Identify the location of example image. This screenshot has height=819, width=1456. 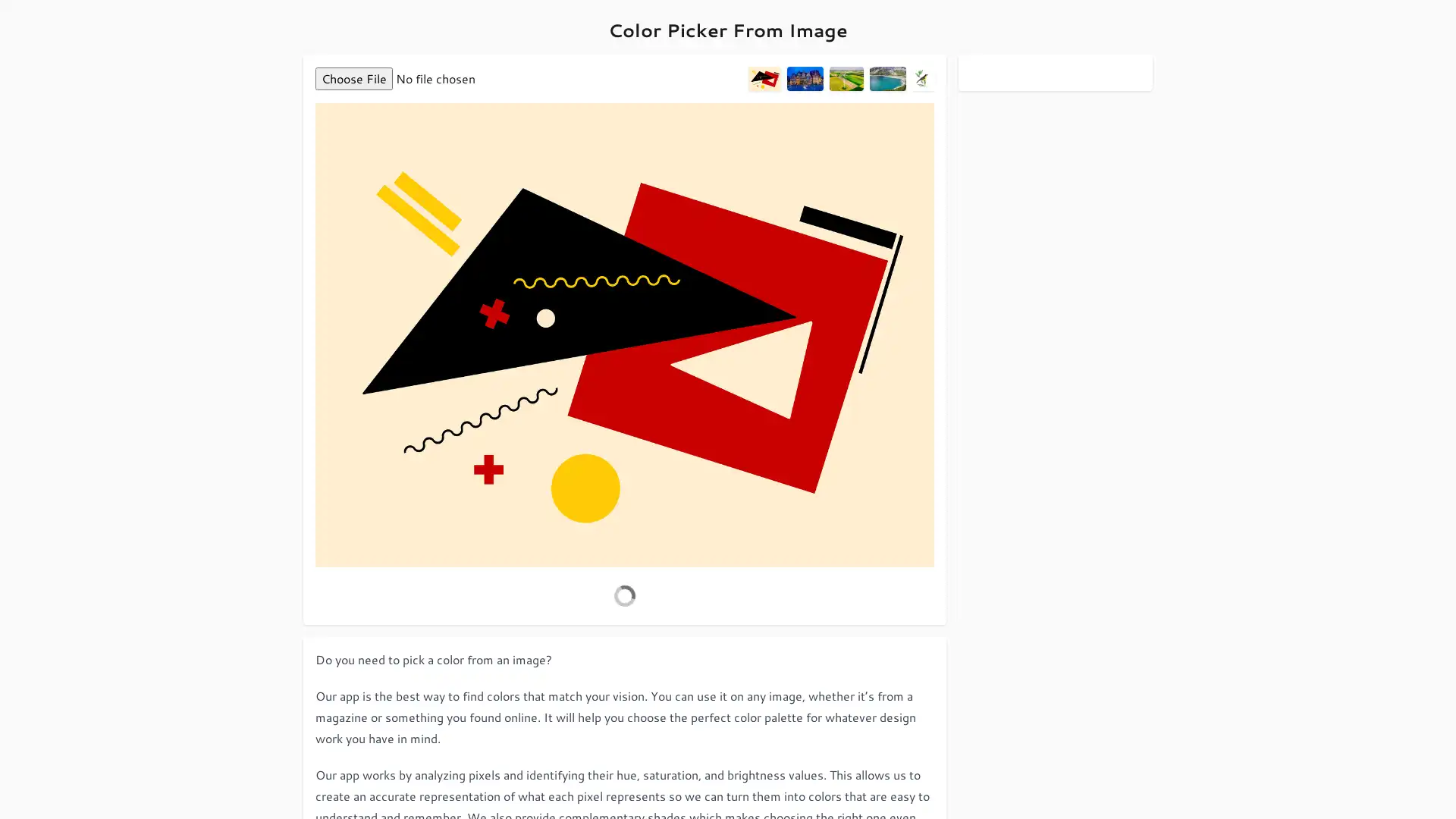
(887, 79).